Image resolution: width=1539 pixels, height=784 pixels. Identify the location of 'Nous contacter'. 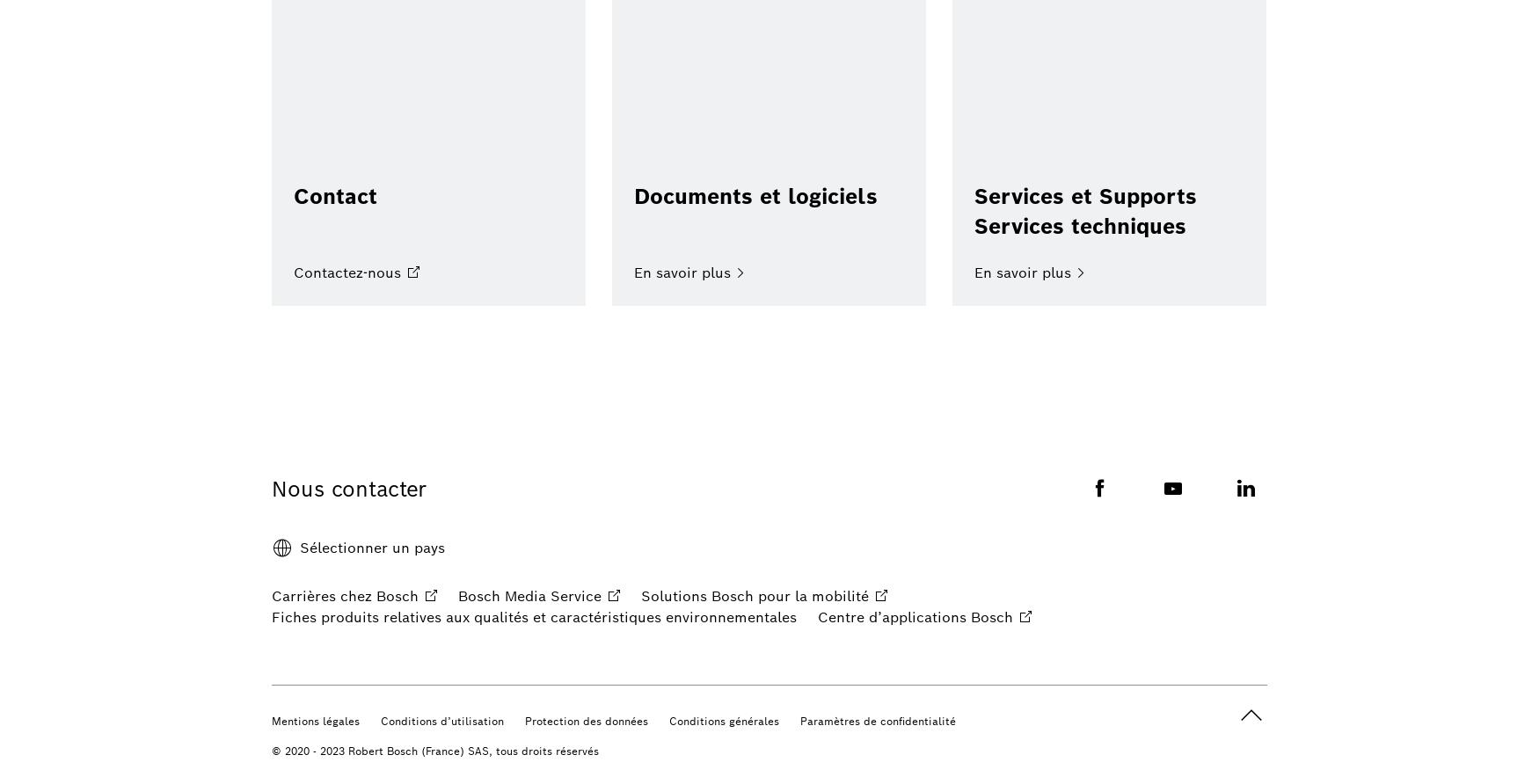
(348, 489).